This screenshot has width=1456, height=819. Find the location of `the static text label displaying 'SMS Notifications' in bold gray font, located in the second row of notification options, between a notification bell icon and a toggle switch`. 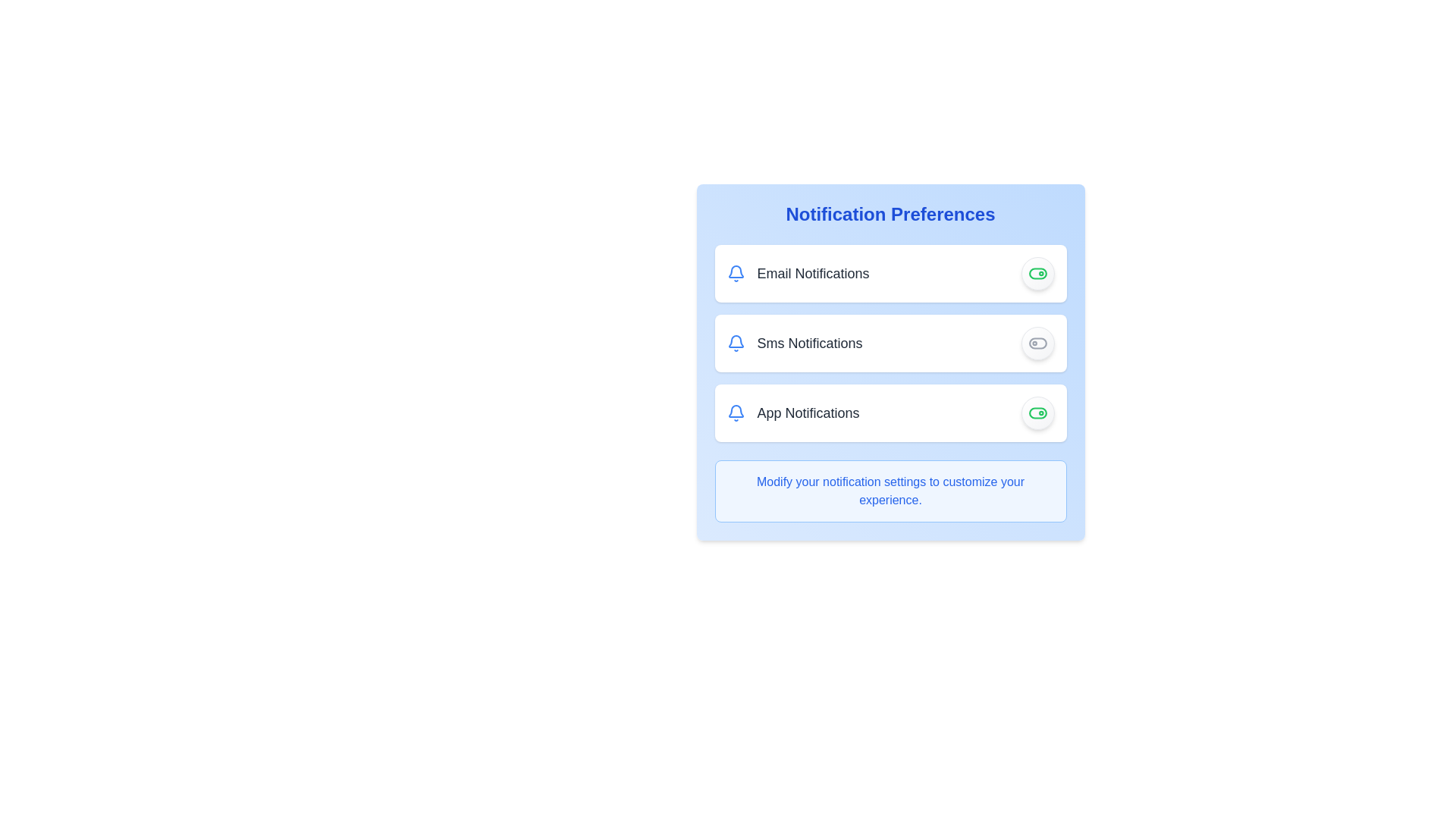

the static text label displaying 'SMS Notifications' in bold gray font, located in the second row of notification options, between a notification bell icon and a toggle switch is located at coordinates (809, 343).